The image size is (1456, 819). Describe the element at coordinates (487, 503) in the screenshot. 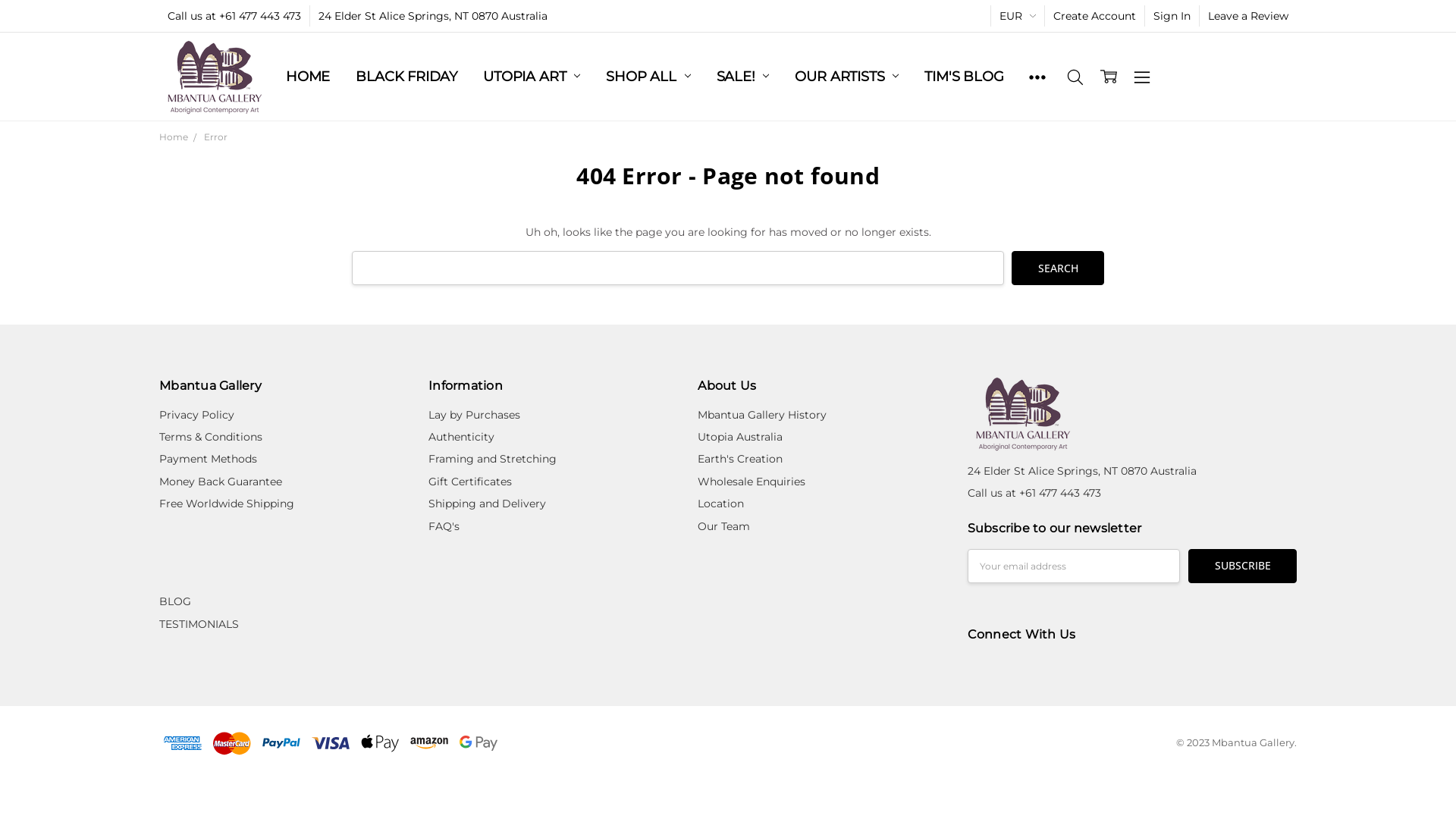

I see `'Shipping and Delivery'` at that location.